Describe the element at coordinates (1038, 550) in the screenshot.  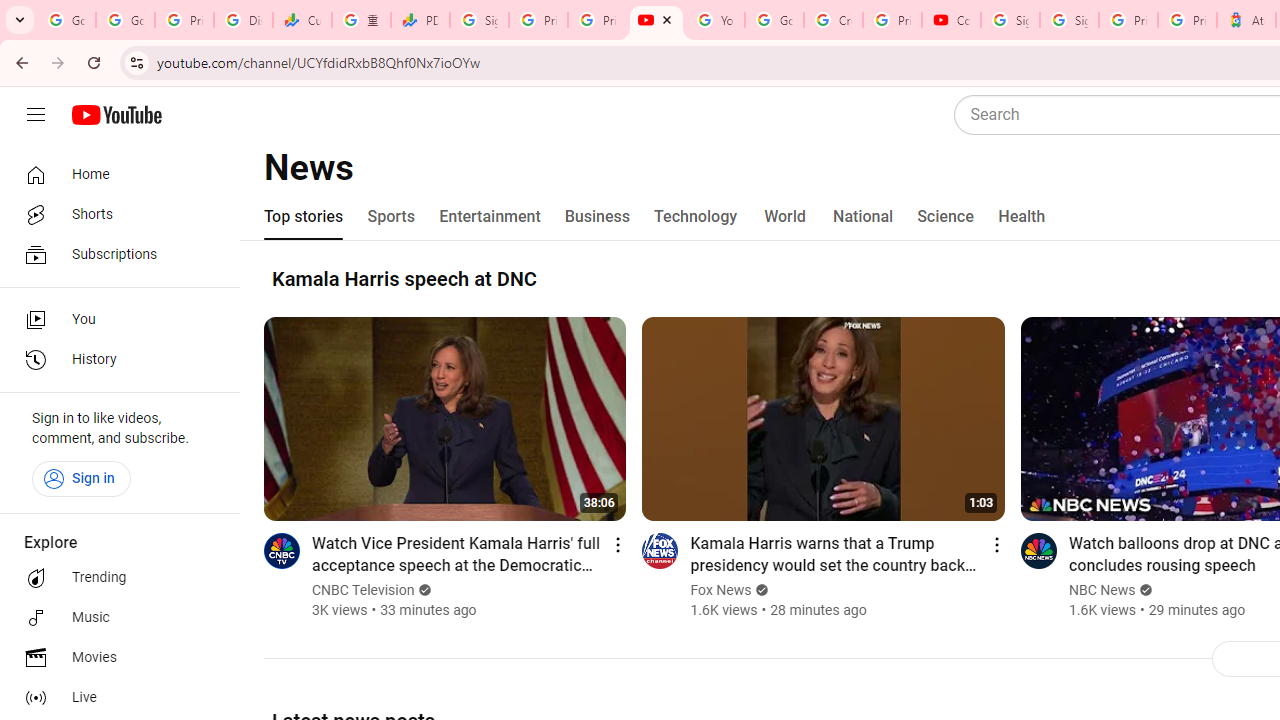
I see `'Go to channel'` at that location.